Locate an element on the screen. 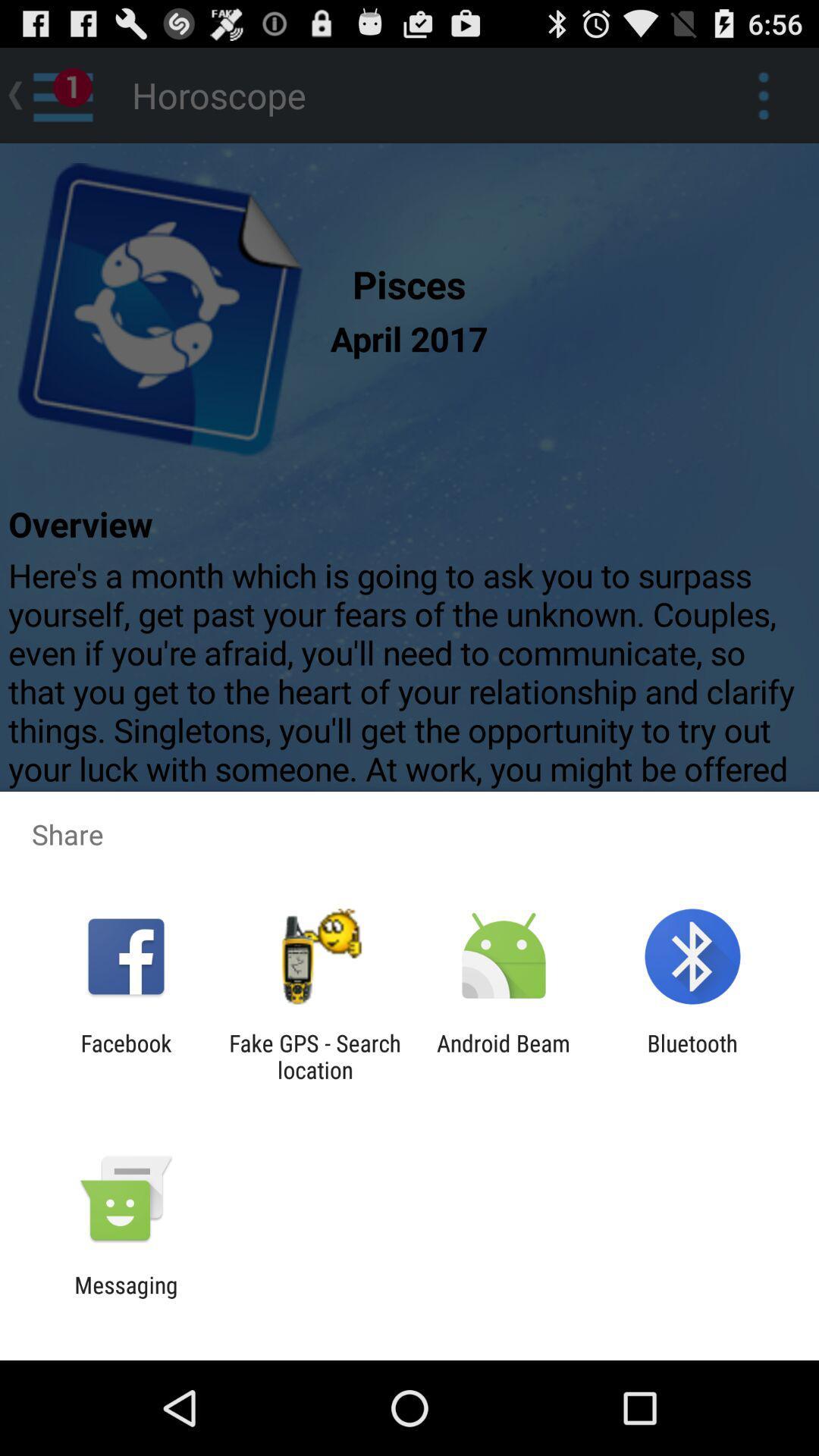 The width and height of the screenshot is (819, 1456). the fake gps search app is located at coordinates (314, 1056).